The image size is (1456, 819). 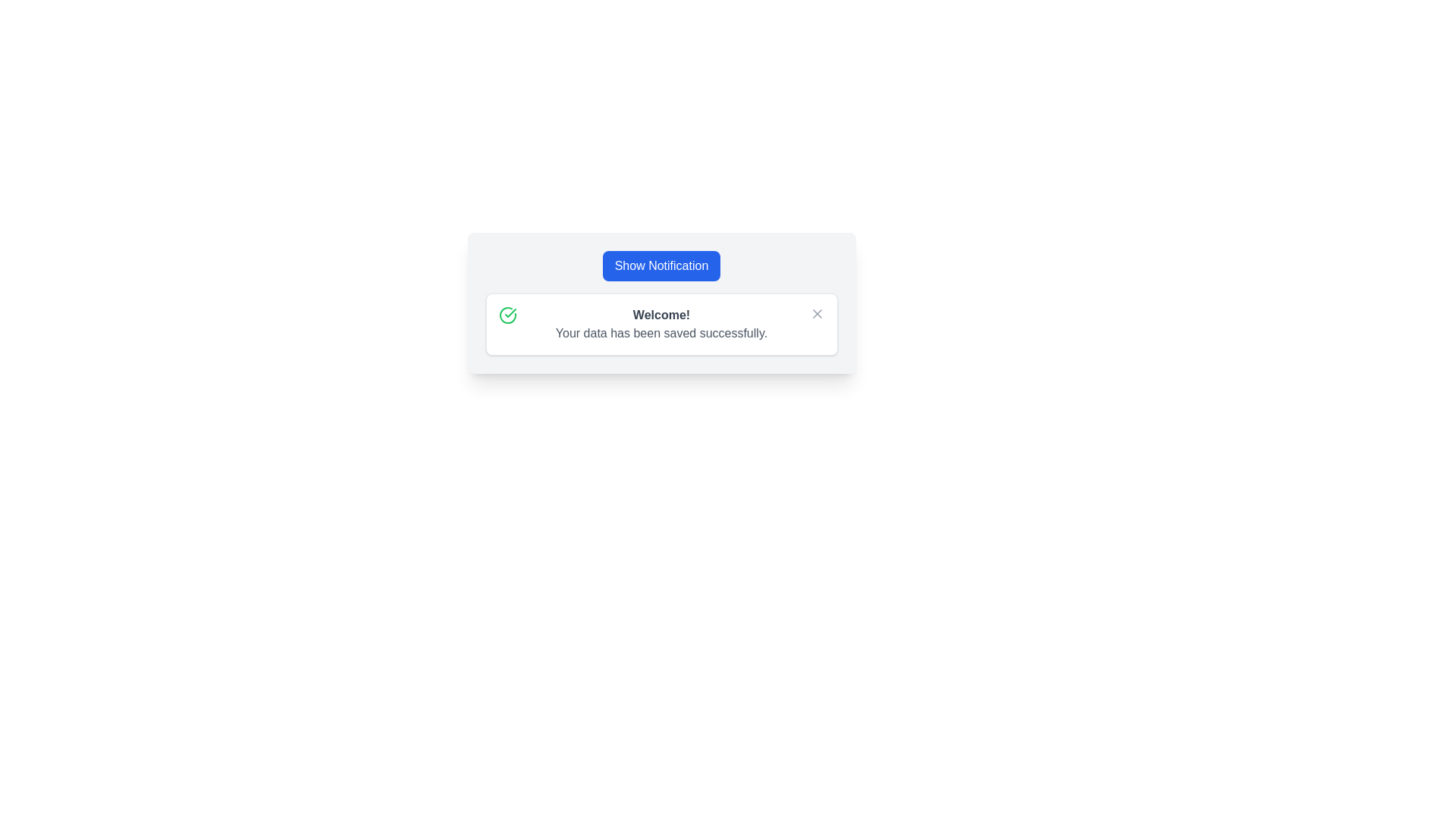 What do you see at coordinates (661, 315) in the screenshot?
I see `the bold-styled static text reading 'Welcome!' which is prominently displayed in the notification card` at bounding box center [661, 315].